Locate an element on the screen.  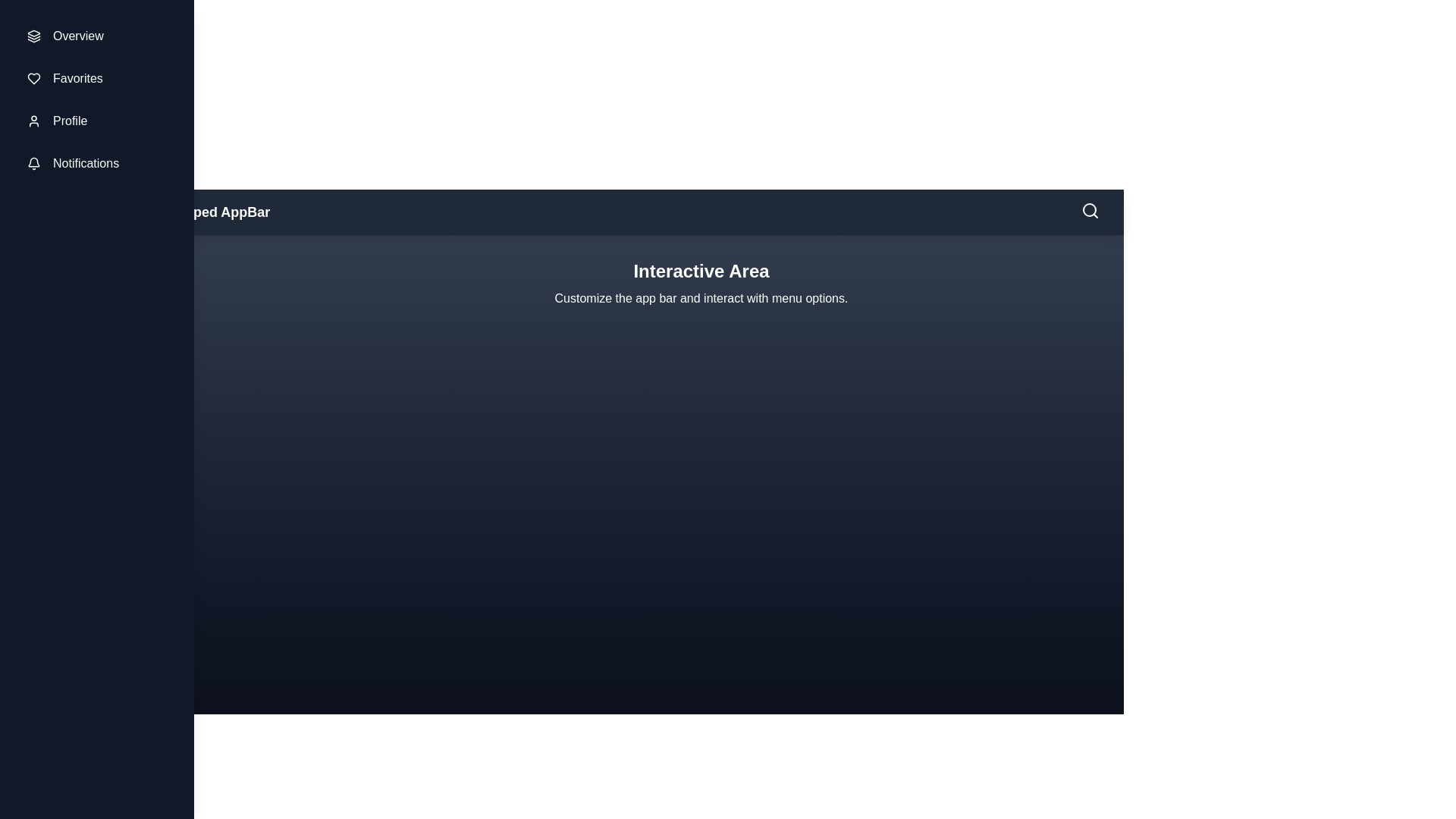
the sidebar item Profile to highlight it is located at coordinates (96, 120).